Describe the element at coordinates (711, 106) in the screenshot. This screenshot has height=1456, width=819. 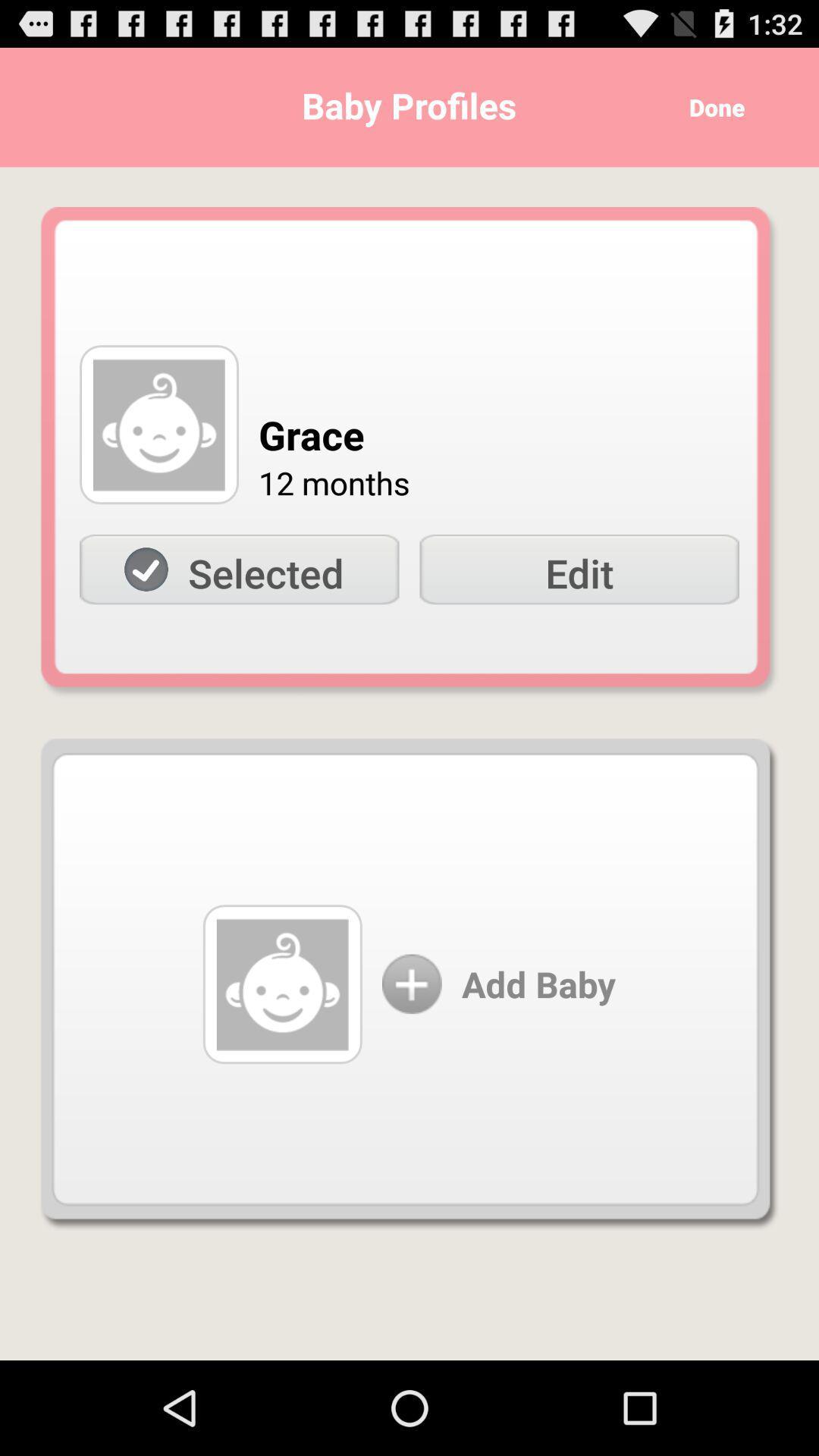
I see `the done icon` at that location.